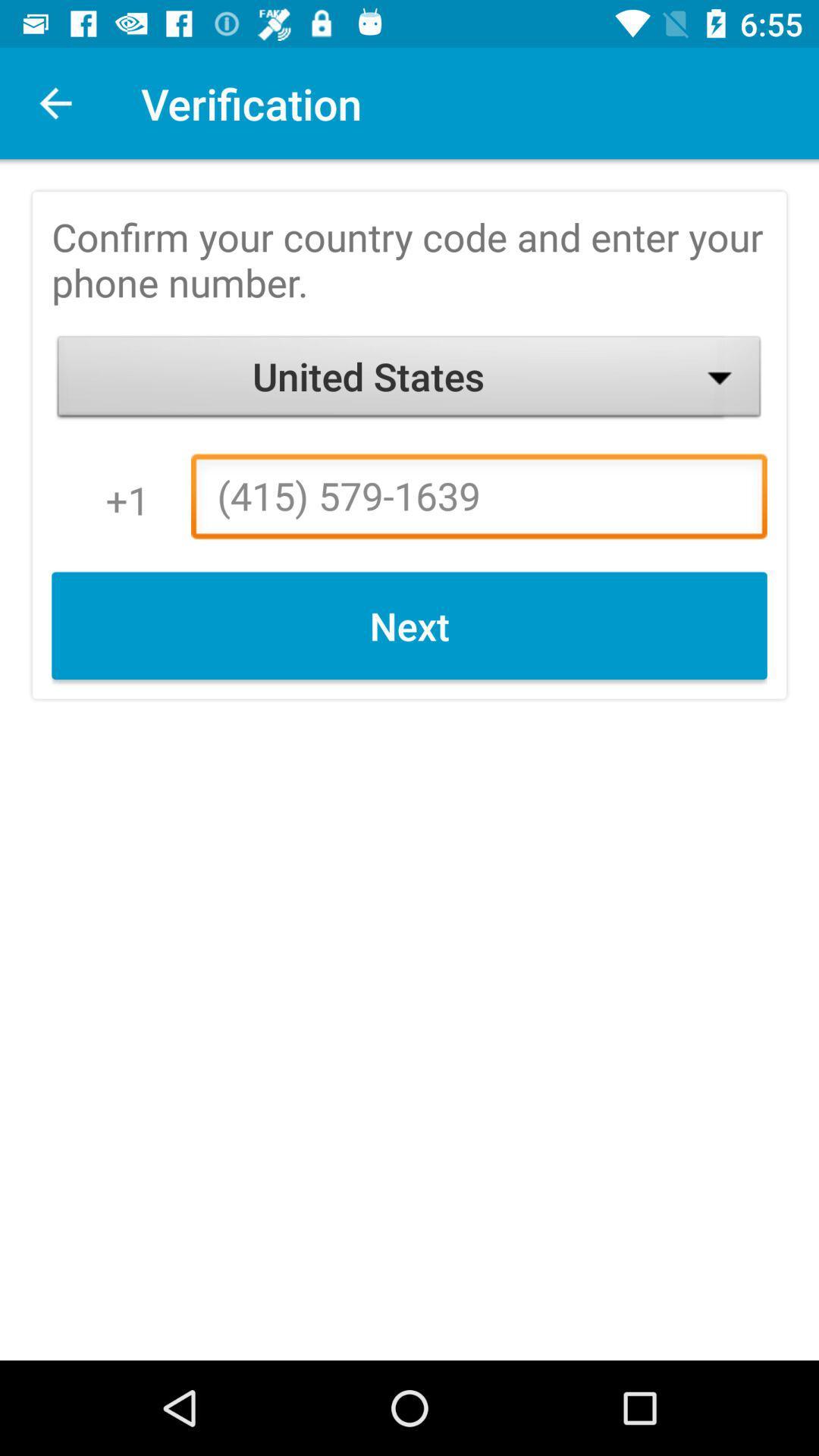 The image size is (819, 1456). What do you see at coordinates (409, 626) in the screenshot?
I see `icon below the (415) 579-1639 icon` at bounding box center [409, 626].